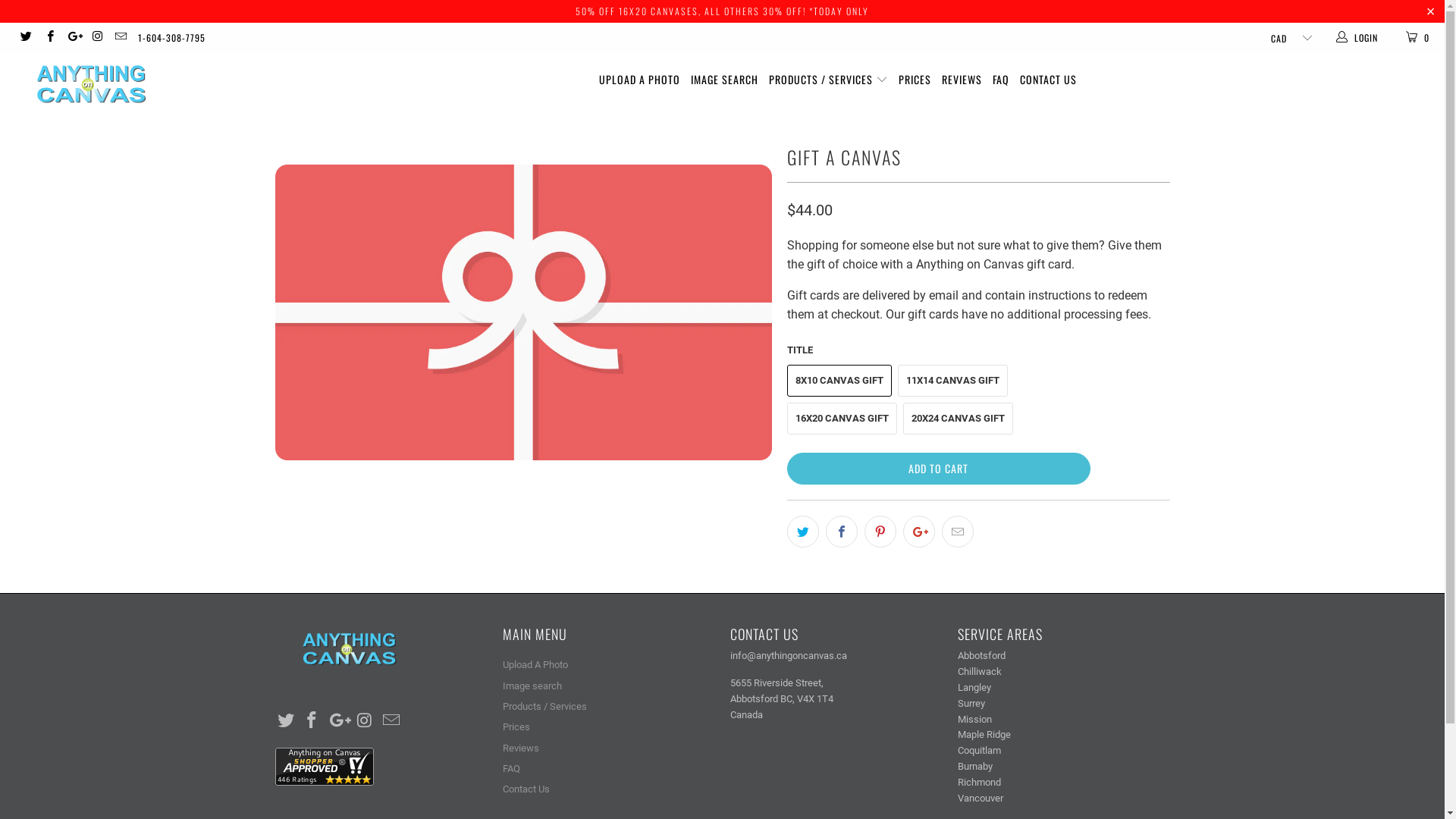 This screenshot has width=1456, height=819. Describe the element at coordinates (938, 467) in the screenshot. I see `'ADD TO CART'` at that location.